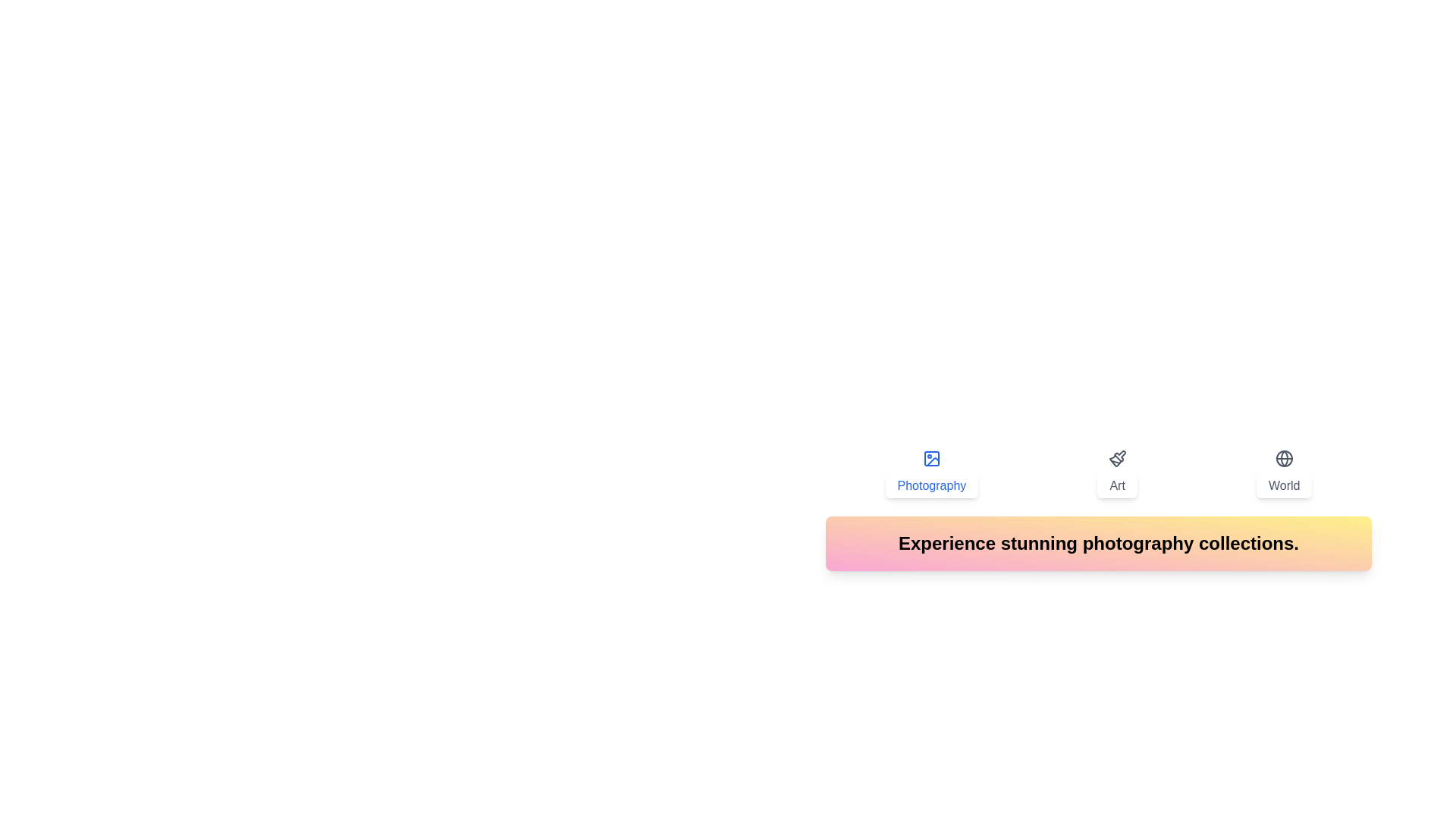 This screenshot has width=1456, height=819. I want to click on the content display area of the active tab, so click(1099, 543).